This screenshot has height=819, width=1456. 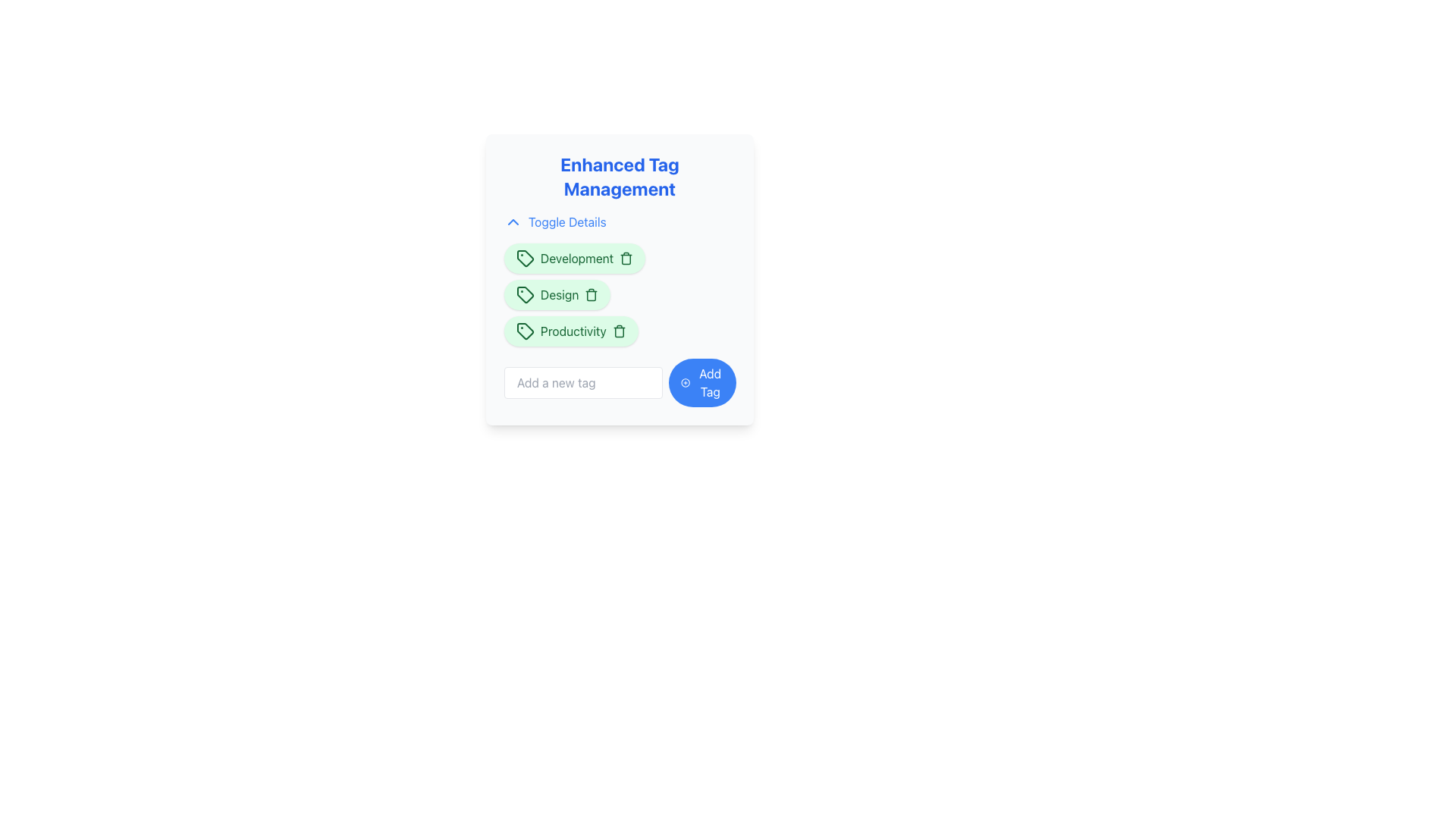 I want to click on the 'Development' tag element located in the main section under 'Enhanced Tag Management', so click(x=574, y=257).